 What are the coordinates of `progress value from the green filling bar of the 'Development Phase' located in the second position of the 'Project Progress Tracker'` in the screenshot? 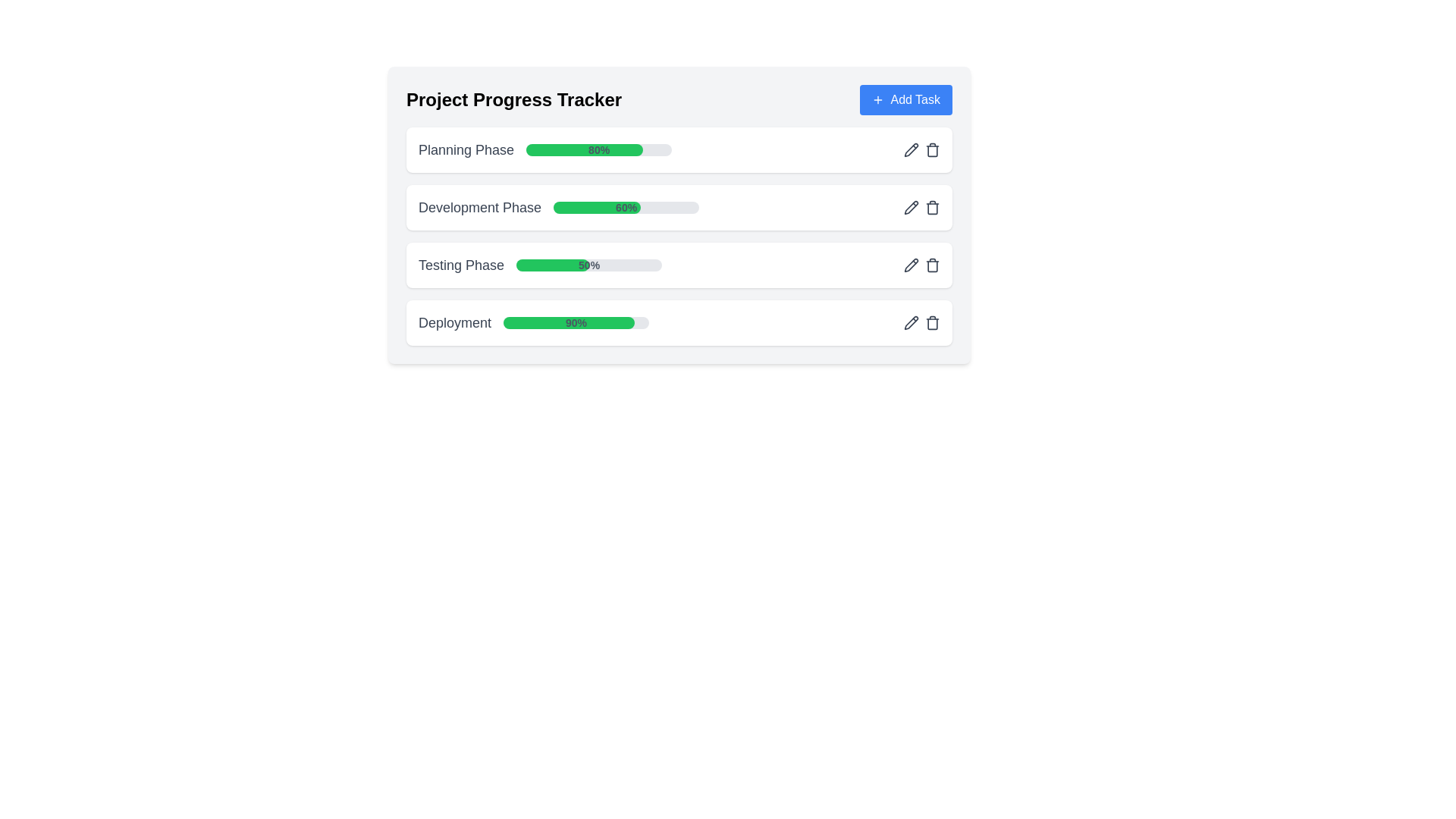 It's located at (596, 207).